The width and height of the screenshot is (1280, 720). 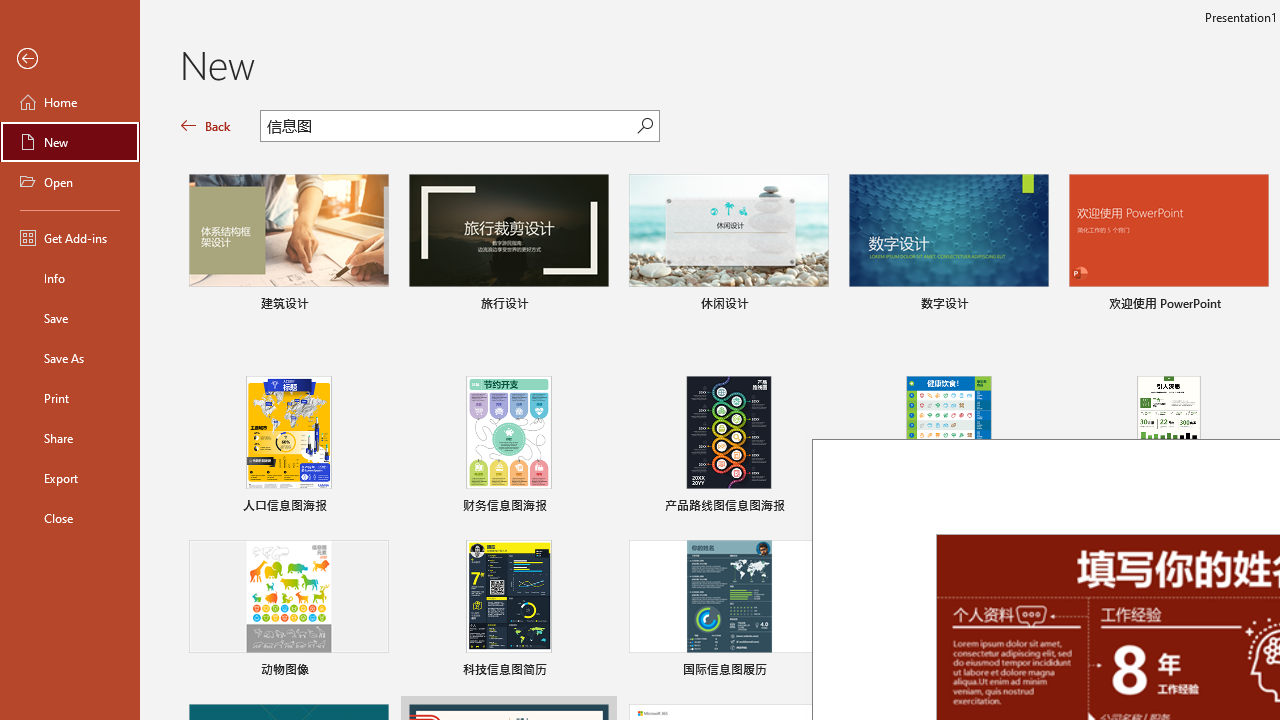 I want to click on 'Get Add-ins', so click(x=69, y=236).